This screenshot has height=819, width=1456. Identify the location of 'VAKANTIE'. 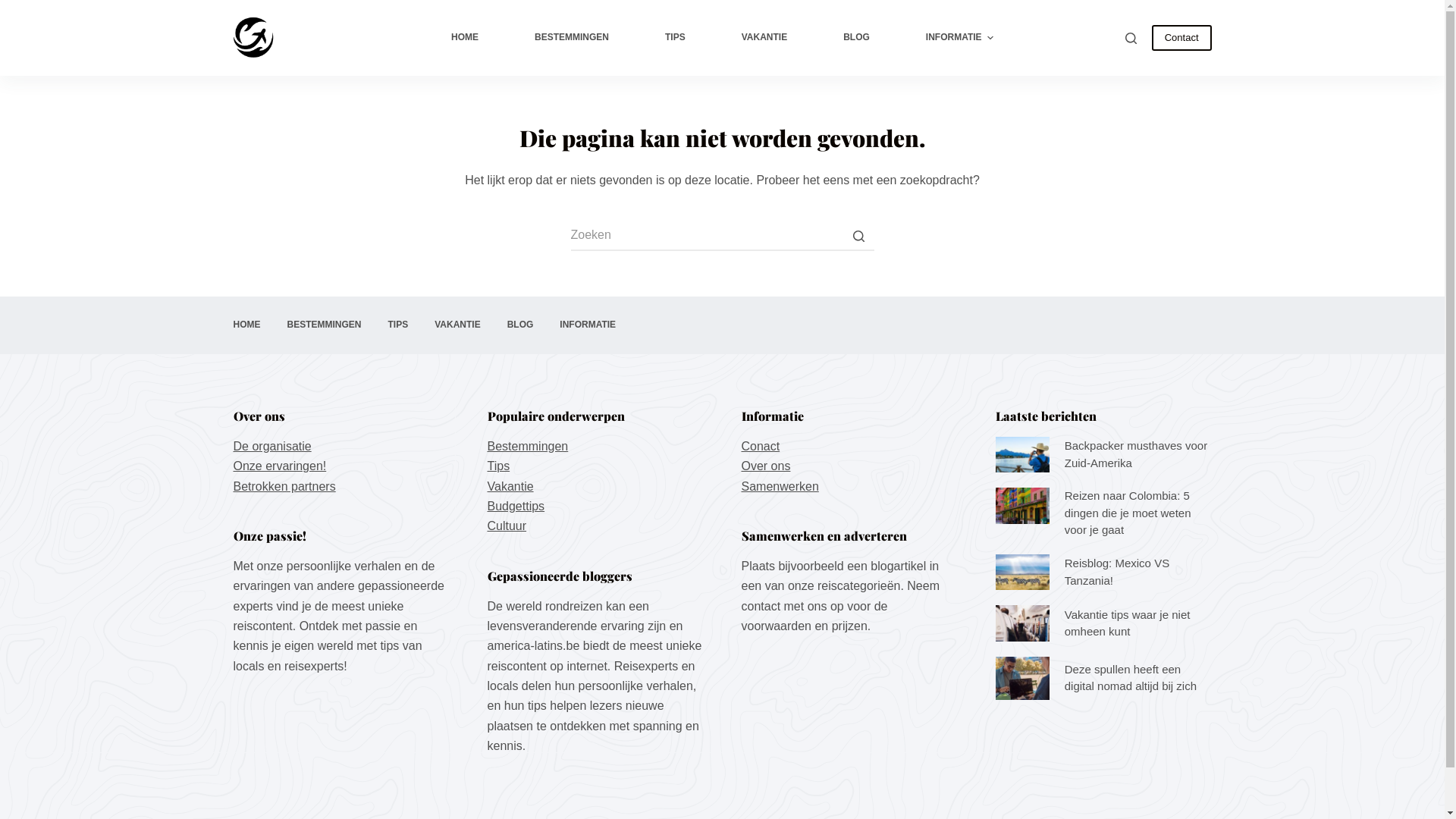
(764, 37).